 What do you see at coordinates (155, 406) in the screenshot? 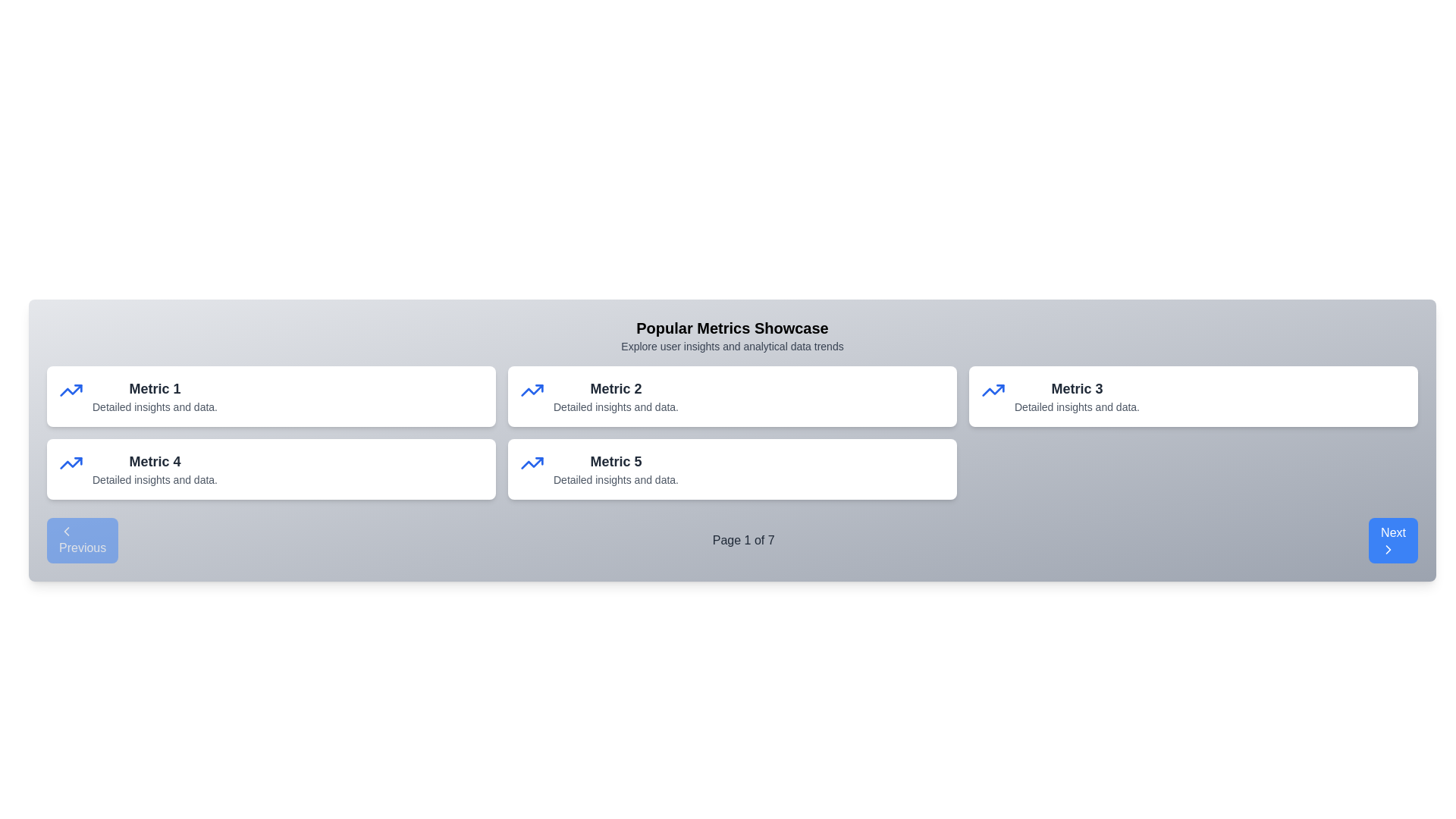
I see `the text display element located in the first row, first column of the grid layout under the 'Metric 1' label` at bounding box center [155, 406].